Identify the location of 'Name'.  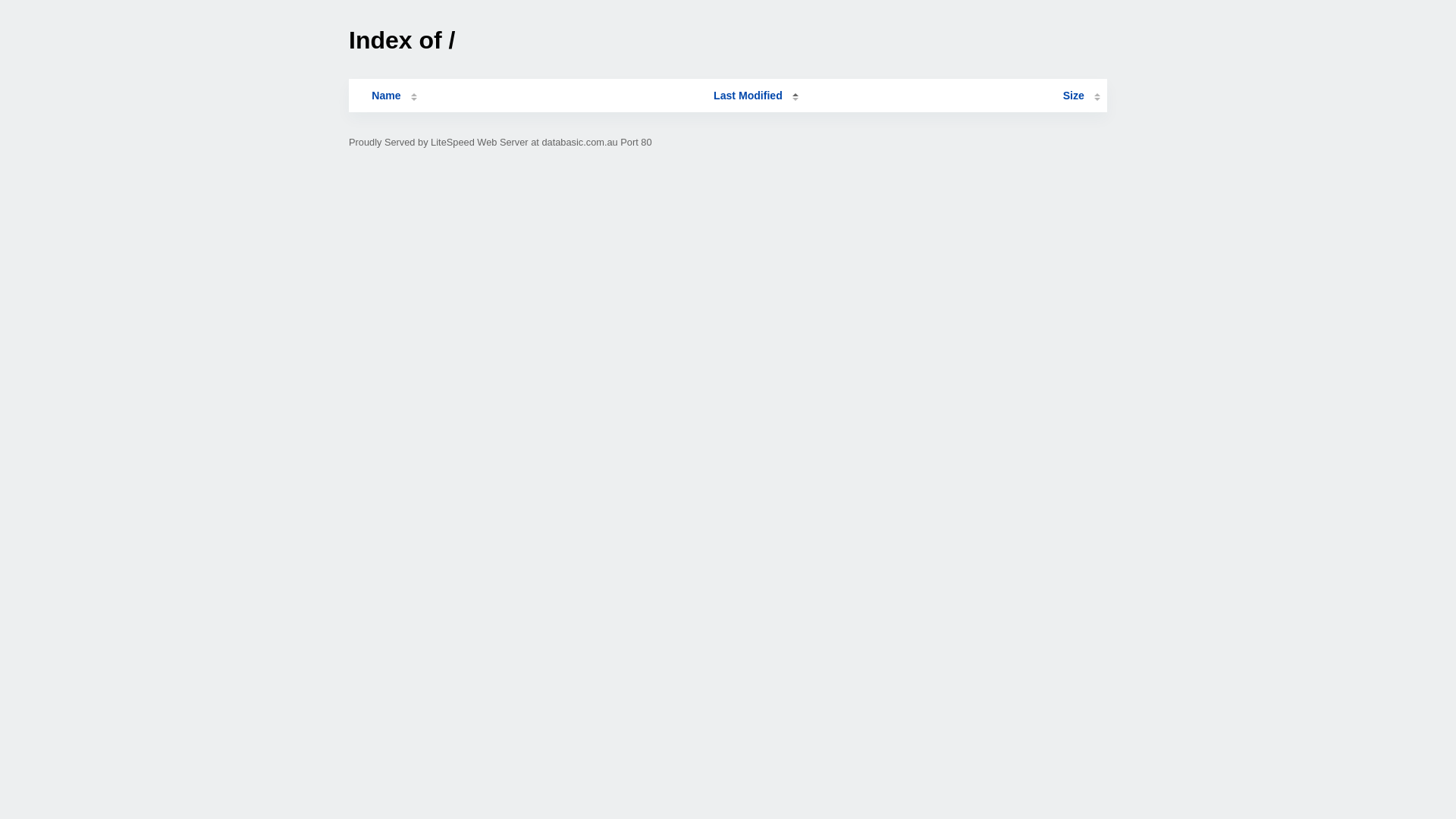
(355, 96).